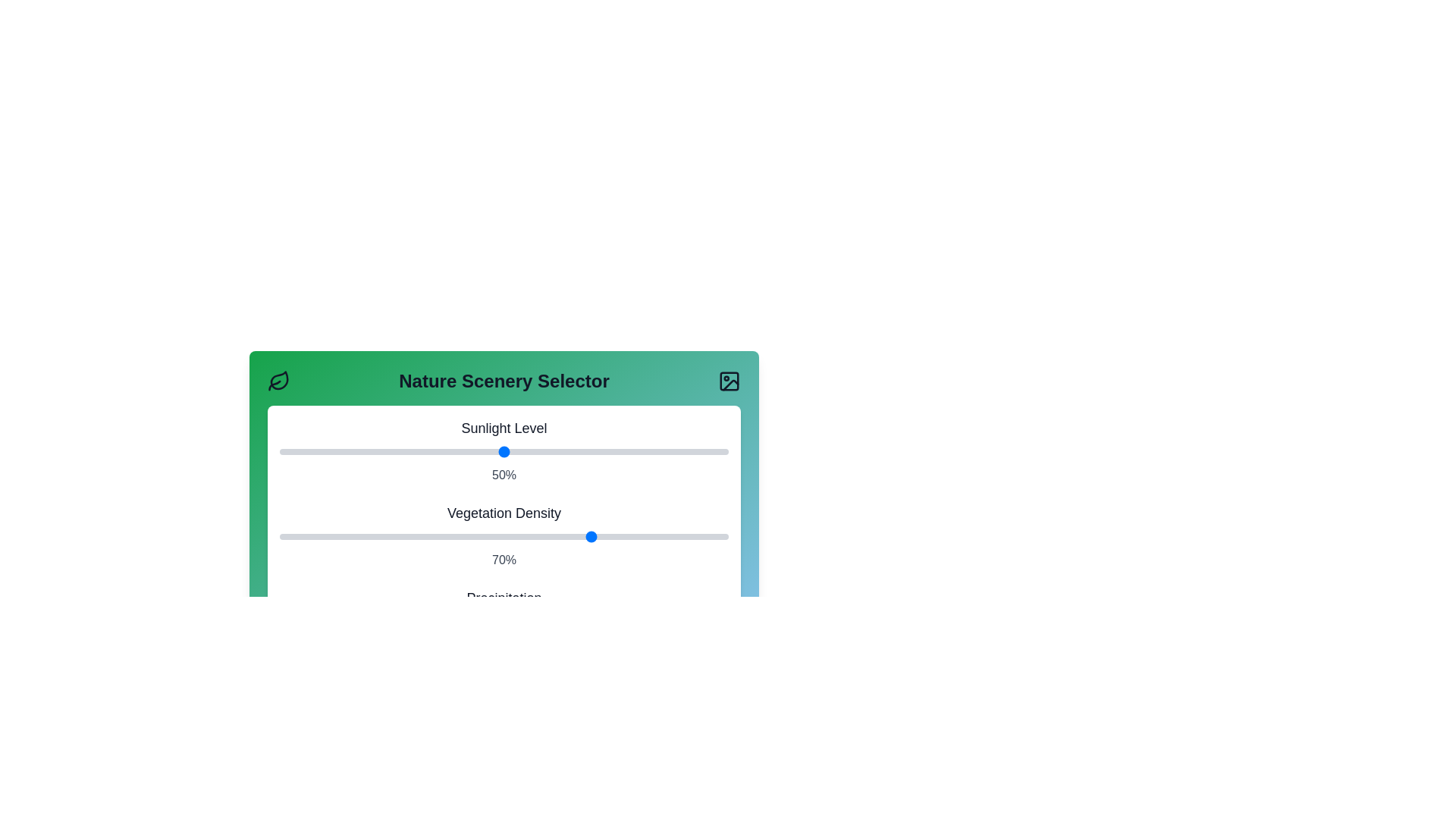 This screenshot has width=1456, height=819. Describe the element at coordinates (682, 536) in the screenshot. I see `the Vegetation Density slider to set its value to 90` at that location.